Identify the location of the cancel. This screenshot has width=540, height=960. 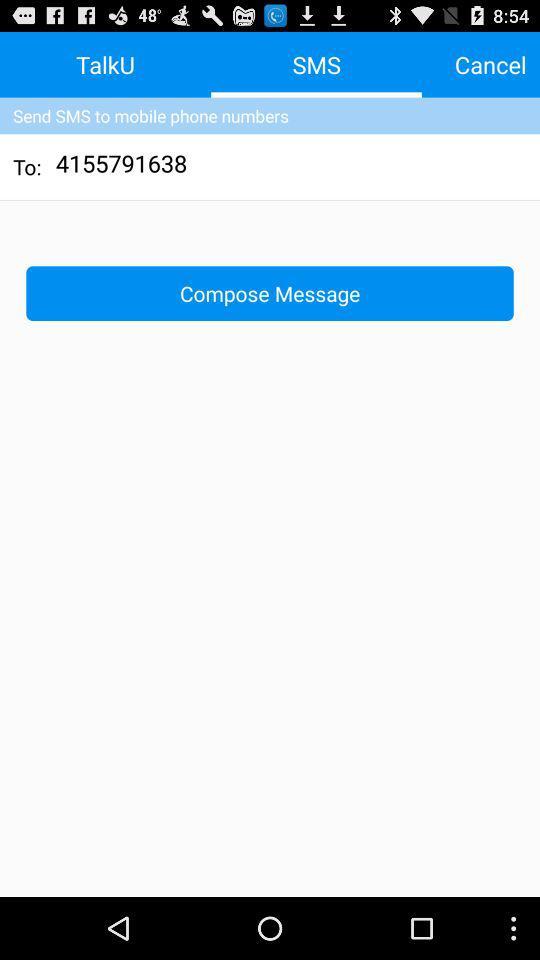
(489, 64).